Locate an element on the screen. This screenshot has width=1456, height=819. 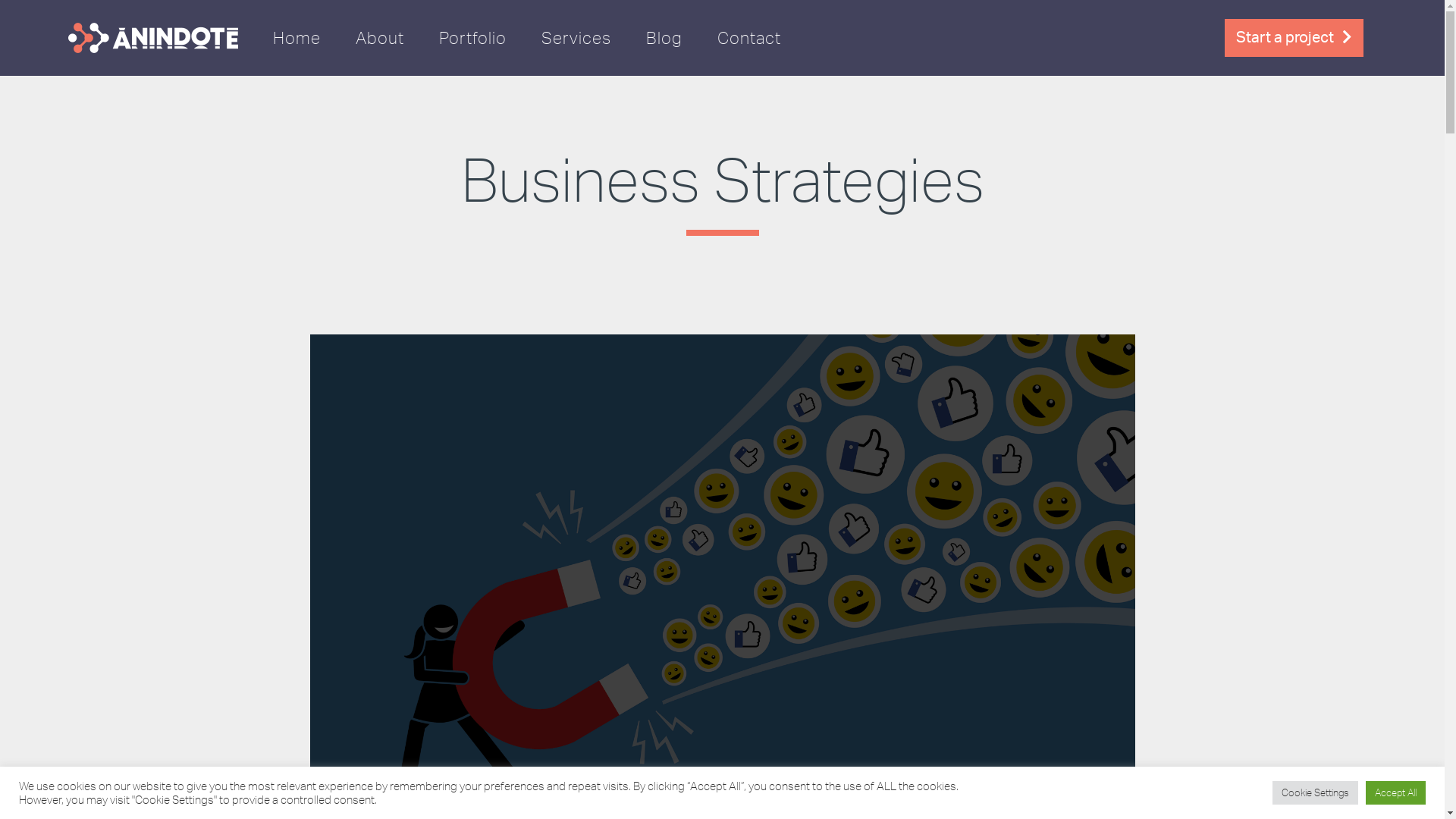
'Contact' is located at coordinates (749, 37).